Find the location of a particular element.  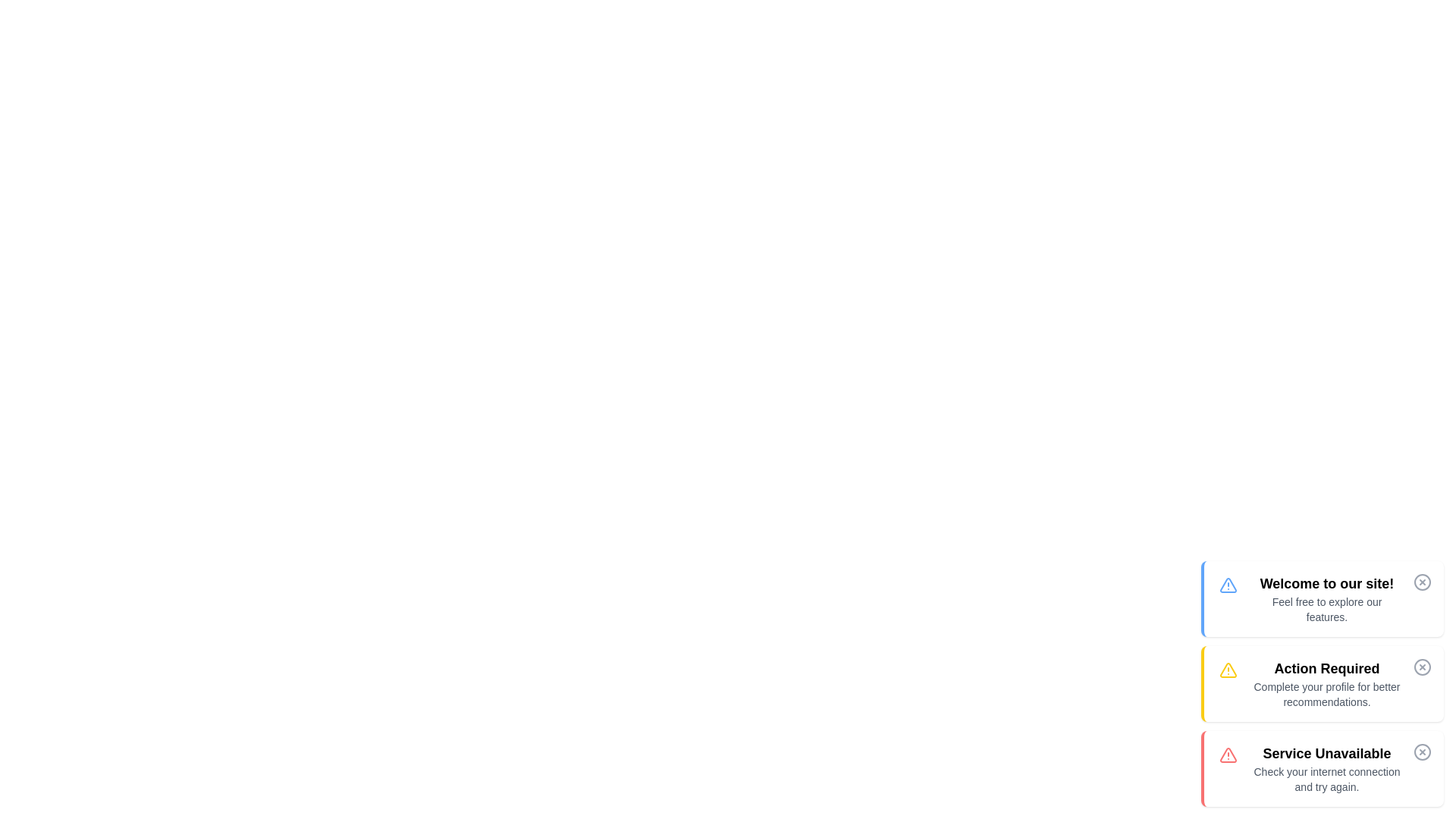

the circular graphical component styled with a distinct stroke located within the second card from the top in the SVG icon is located at coordinates (1422, 666).